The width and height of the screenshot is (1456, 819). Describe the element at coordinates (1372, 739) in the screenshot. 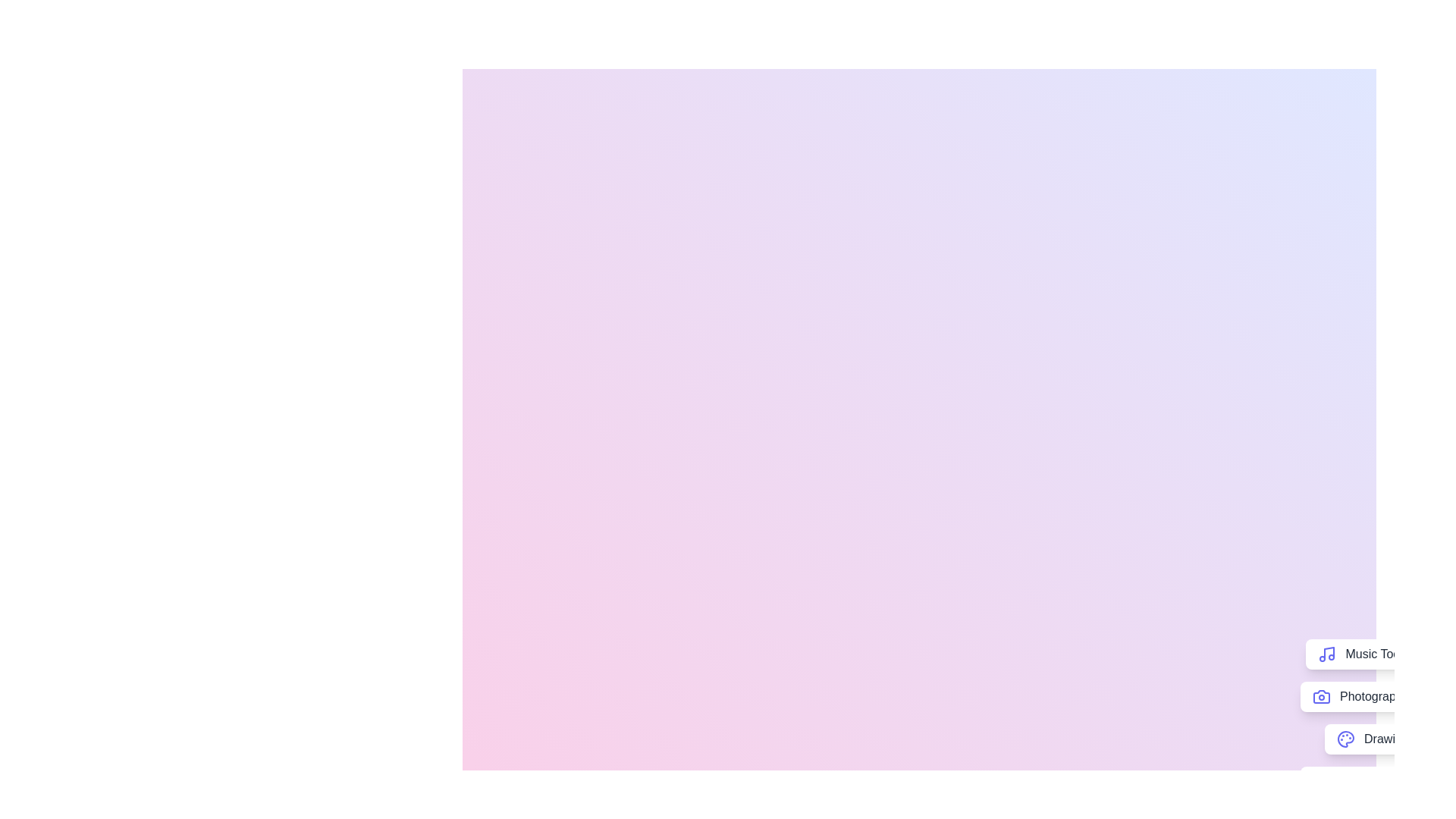

I see `the 'Drawing' button to access drawing-related tools` at that location.